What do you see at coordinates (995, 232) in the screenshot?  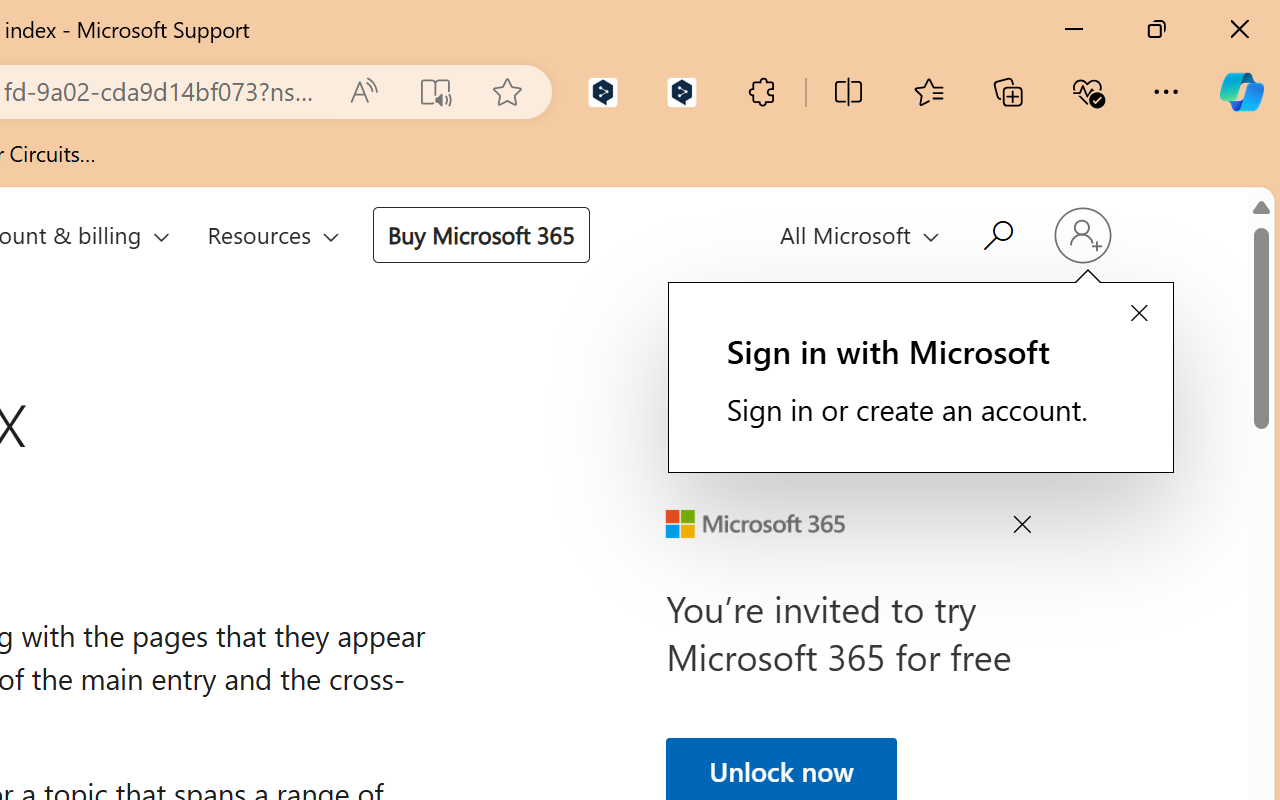 I see `'Search for help'` at bounding box center [995, 232].